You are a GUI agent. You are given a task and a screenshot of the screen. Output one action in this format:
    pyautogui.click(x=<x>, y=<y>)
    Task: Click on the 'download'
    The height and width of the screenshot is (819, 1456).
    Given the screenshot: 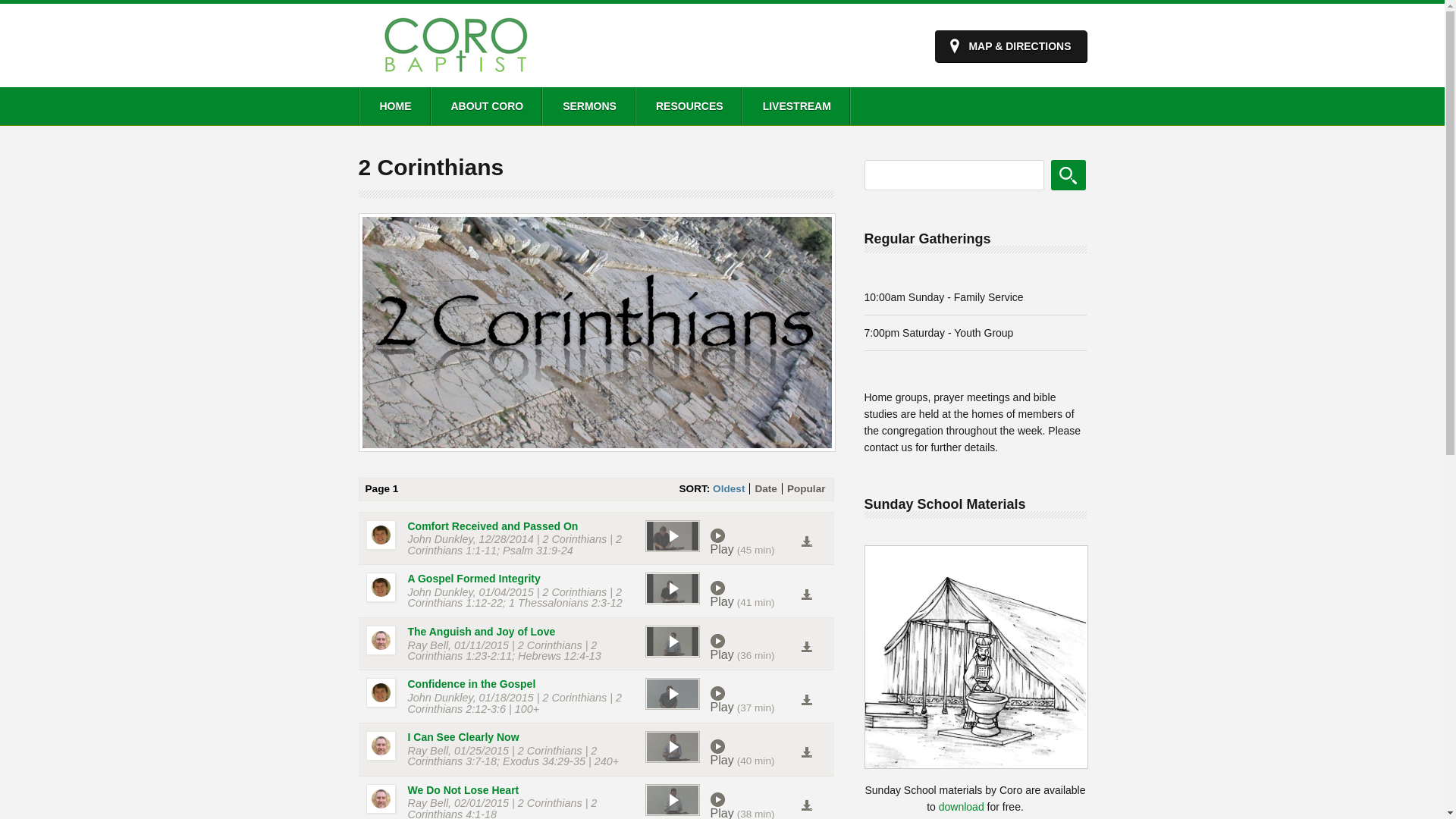 What is the action you would take?
    pyautogui.click(x=960, y=806)
    